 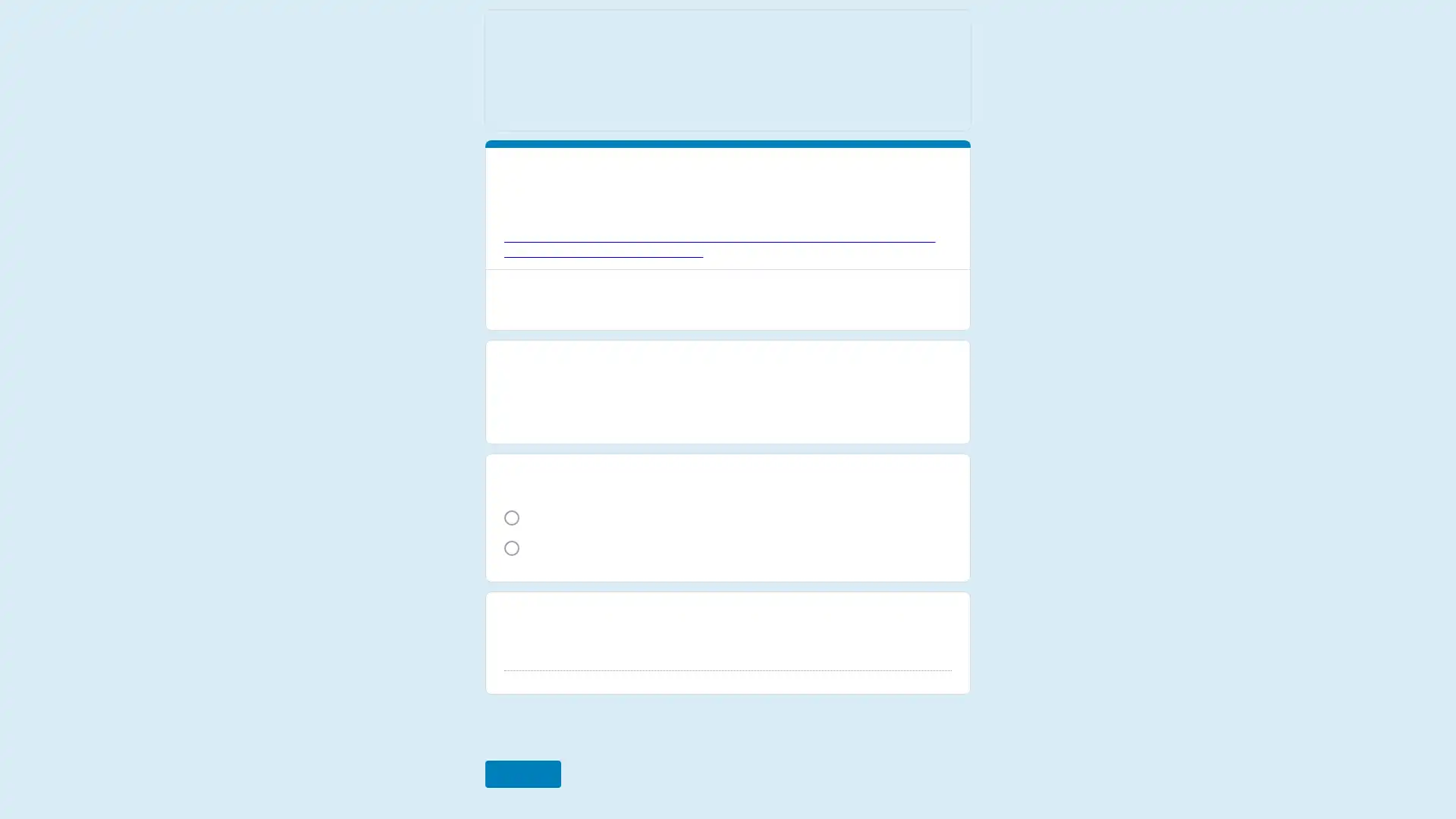 What do you see at coordinates (725, 270) in the screenshot?
I see `Learn more` at bounding box center [725, 270].